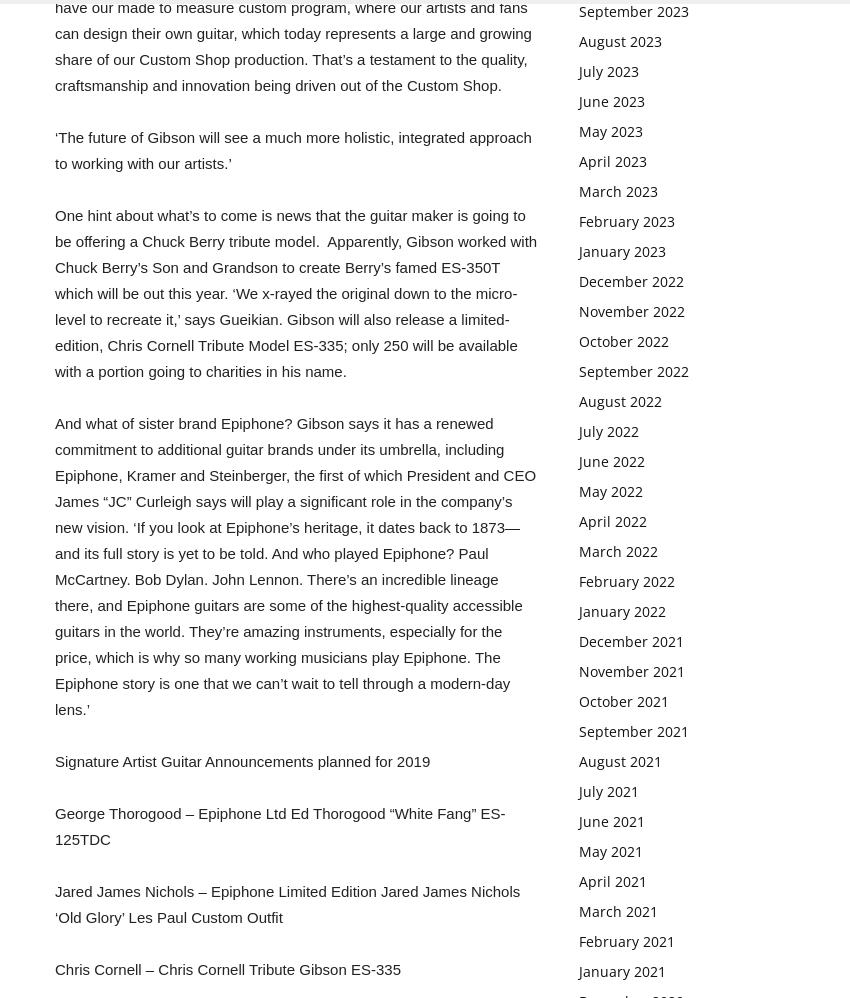 Image resolution: width=850 pixels, height=998 pixels. What do you see at coordinates (609, 131) in the screenshot?
I see `'May 2023'` at bounding box center [609, 131].